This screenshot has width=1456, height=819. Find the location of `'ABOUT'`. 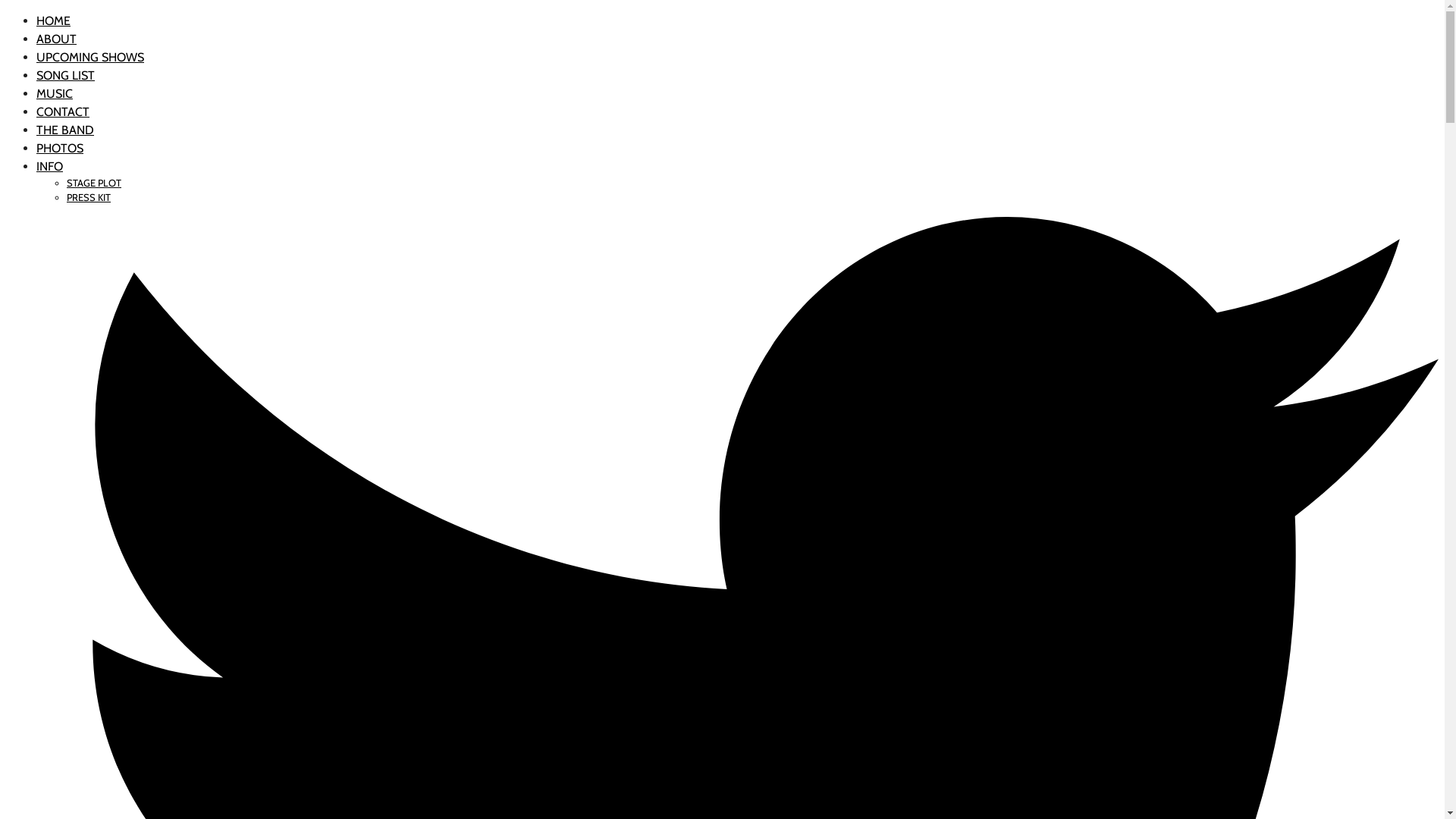

'ABOUT' is located at coordinates (56, 38).